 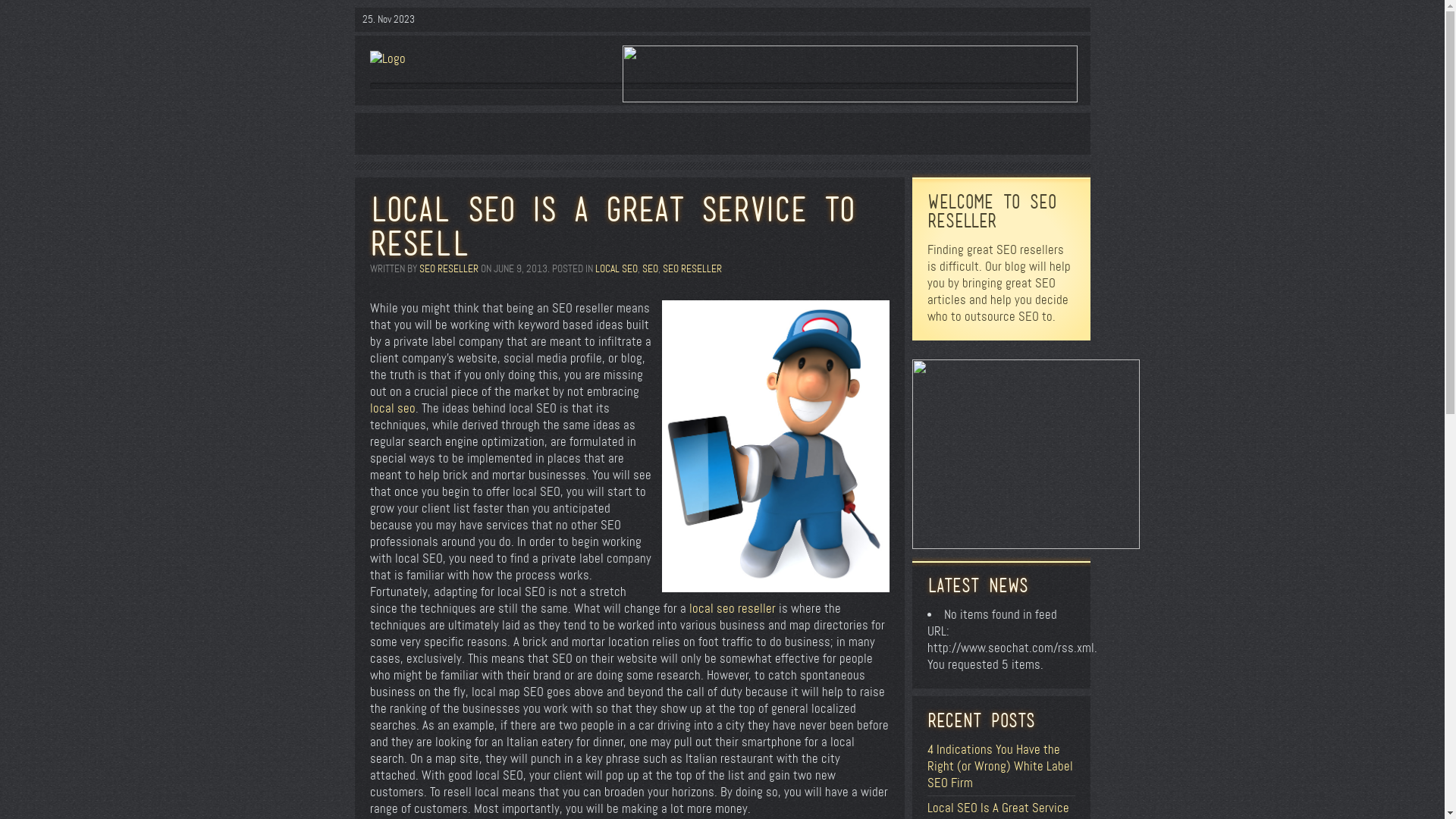 I want to click on 'LOCAL SEO', so click(x=615, y=268).